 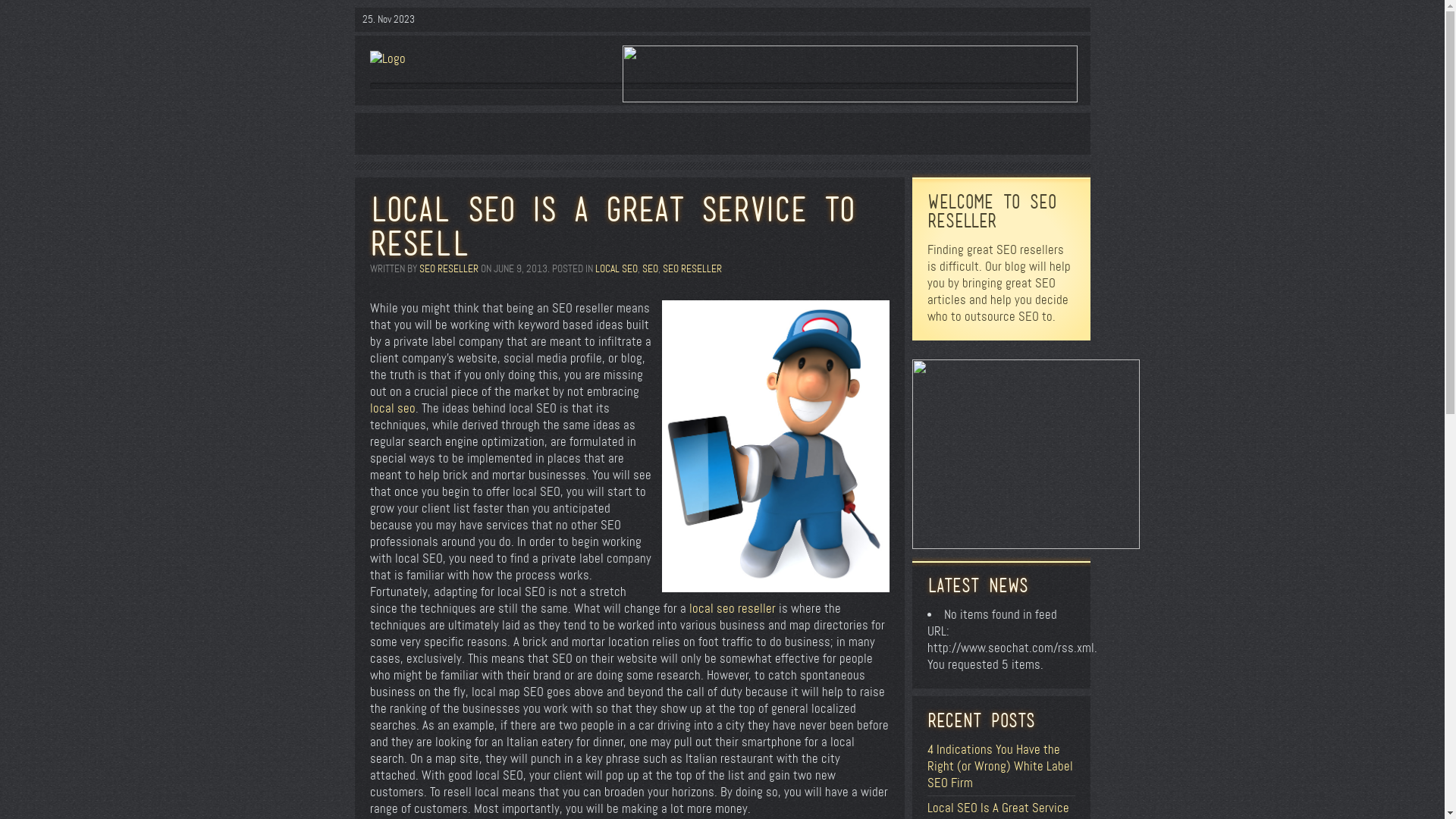 I want to click on 'LOCAL SEO', so click(x=615, y=268).